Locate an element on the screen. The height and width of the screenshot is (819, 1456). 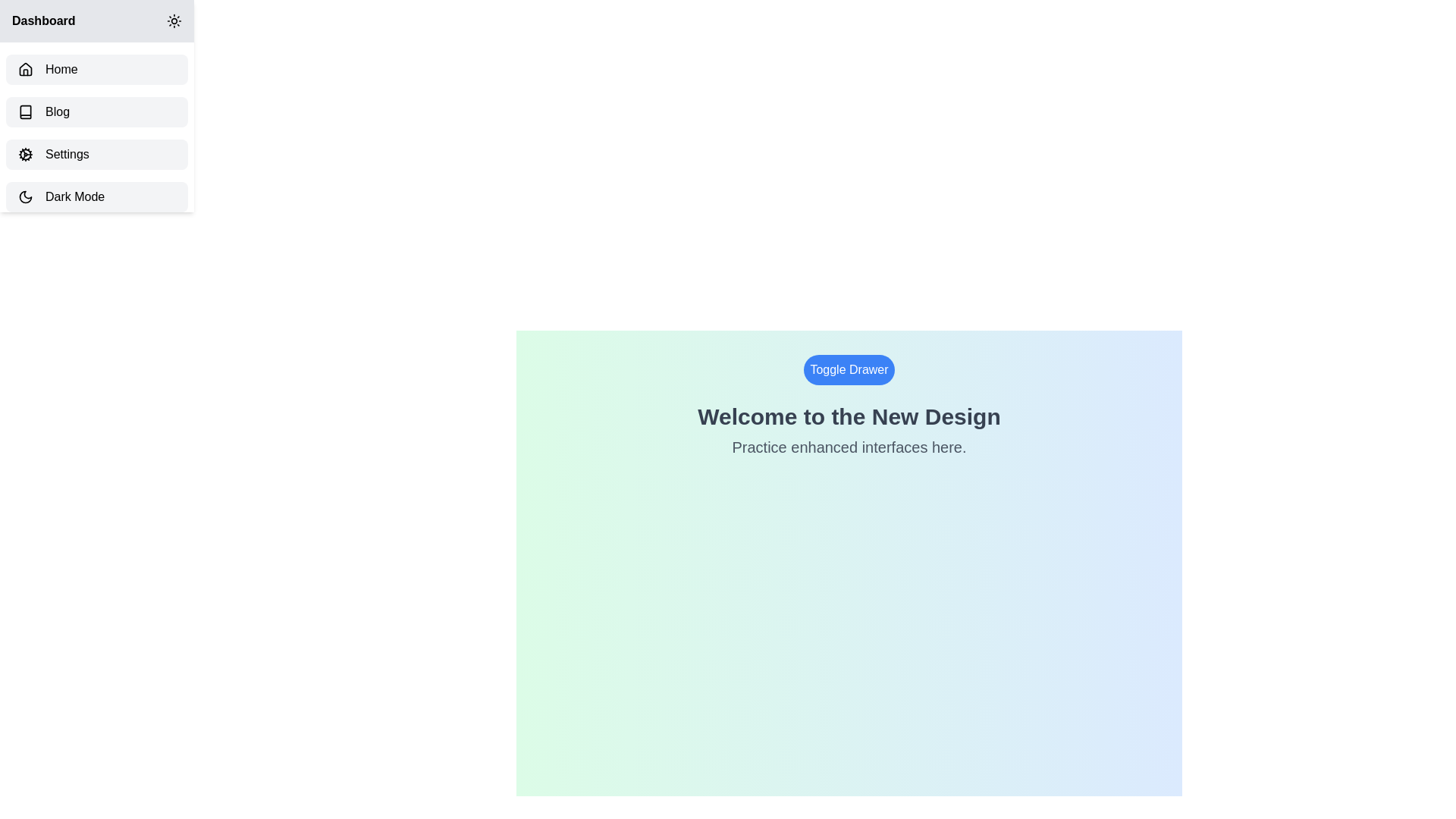
drawer toggle button in the sidebar to toggle the drawer is located at coordinates (174, 20).